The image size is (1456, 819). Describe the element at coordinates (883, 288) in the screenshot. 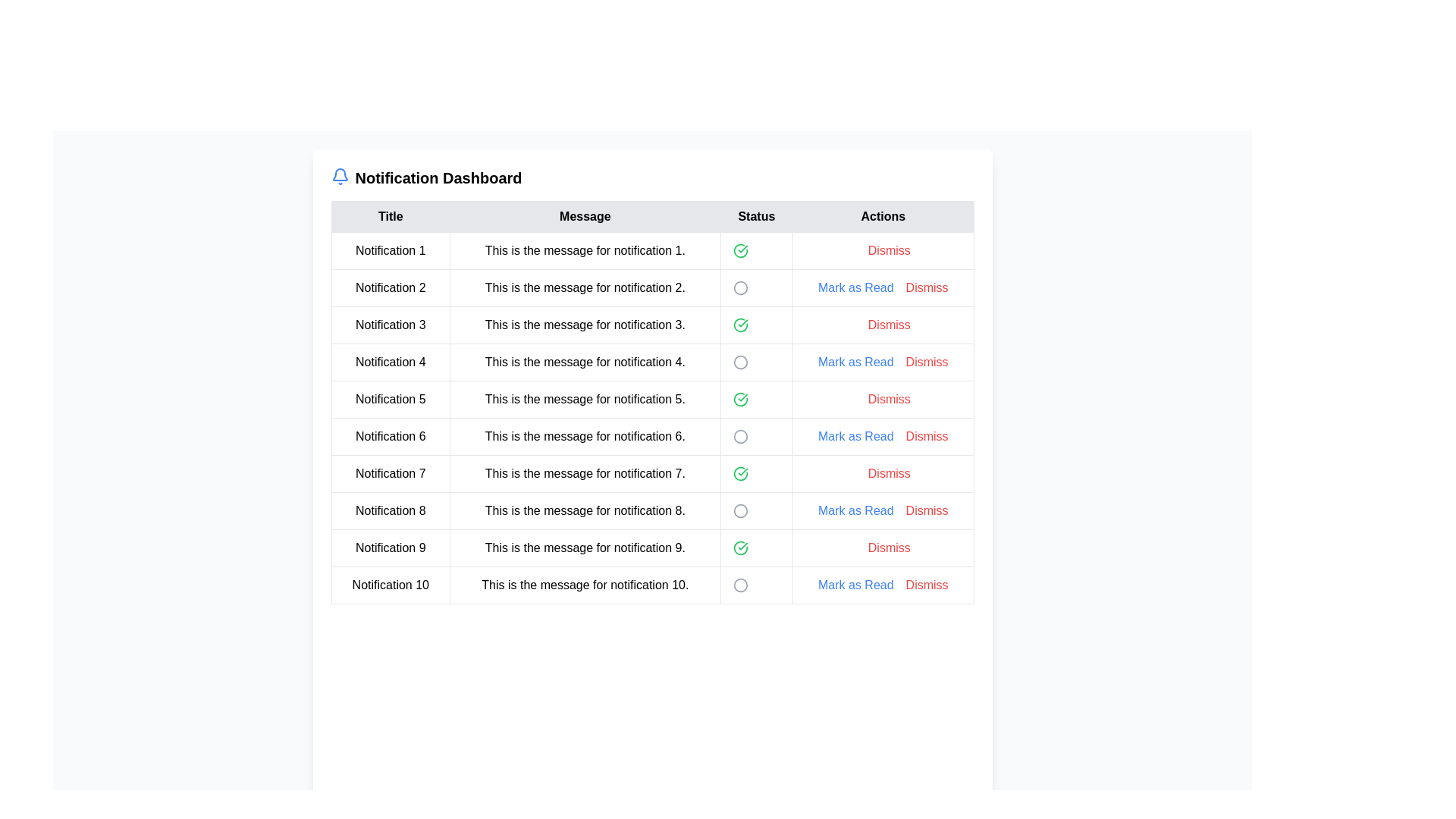

I see `the 'Mark as Read' text button located in the 'Actions' column for the row labeled 'Notification 2' in the notification dashboard table to mark the notification as read` at that location.